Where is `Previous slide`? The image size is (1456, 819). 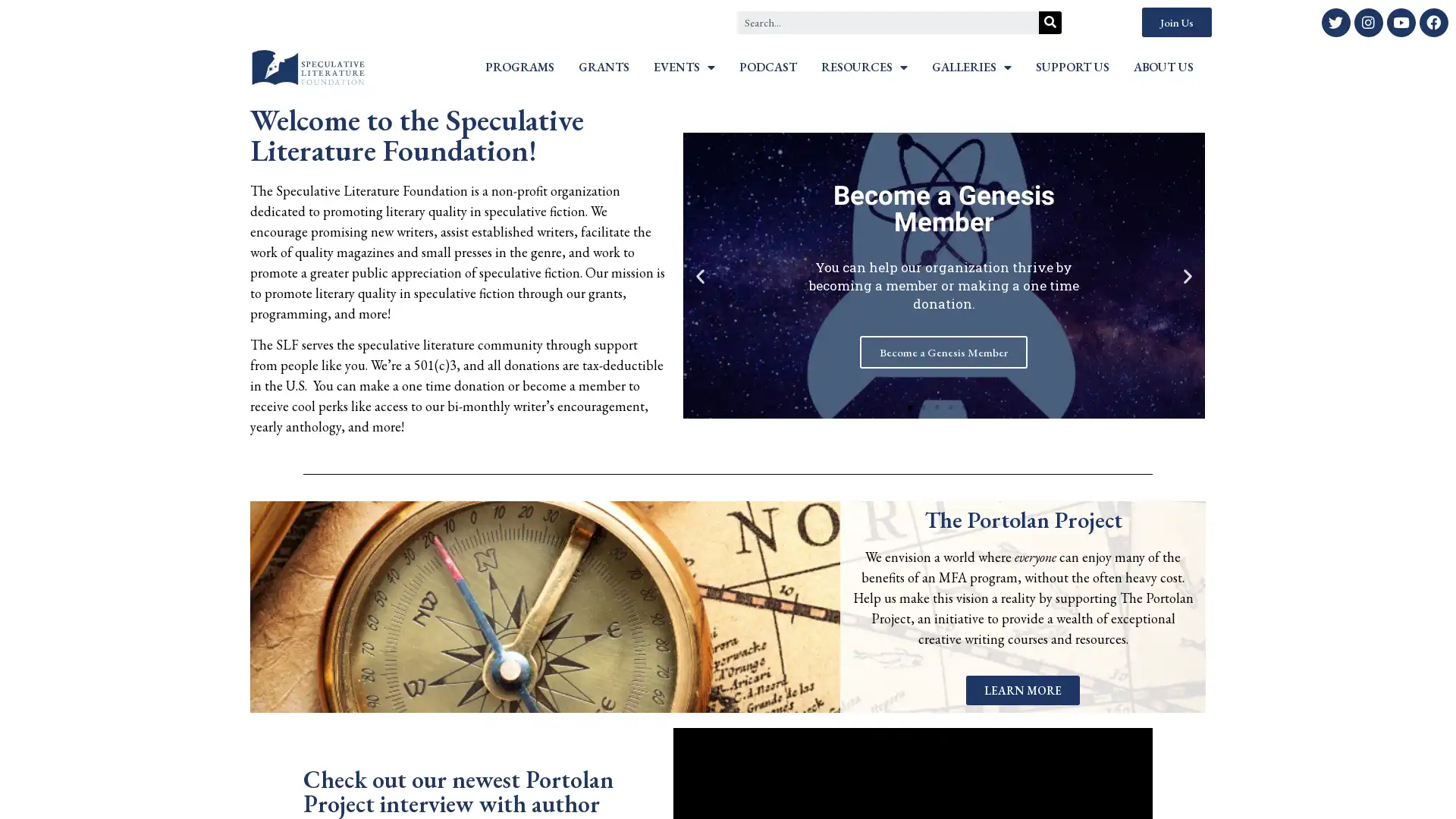
Previous slide is located at coordinates (698, 275).